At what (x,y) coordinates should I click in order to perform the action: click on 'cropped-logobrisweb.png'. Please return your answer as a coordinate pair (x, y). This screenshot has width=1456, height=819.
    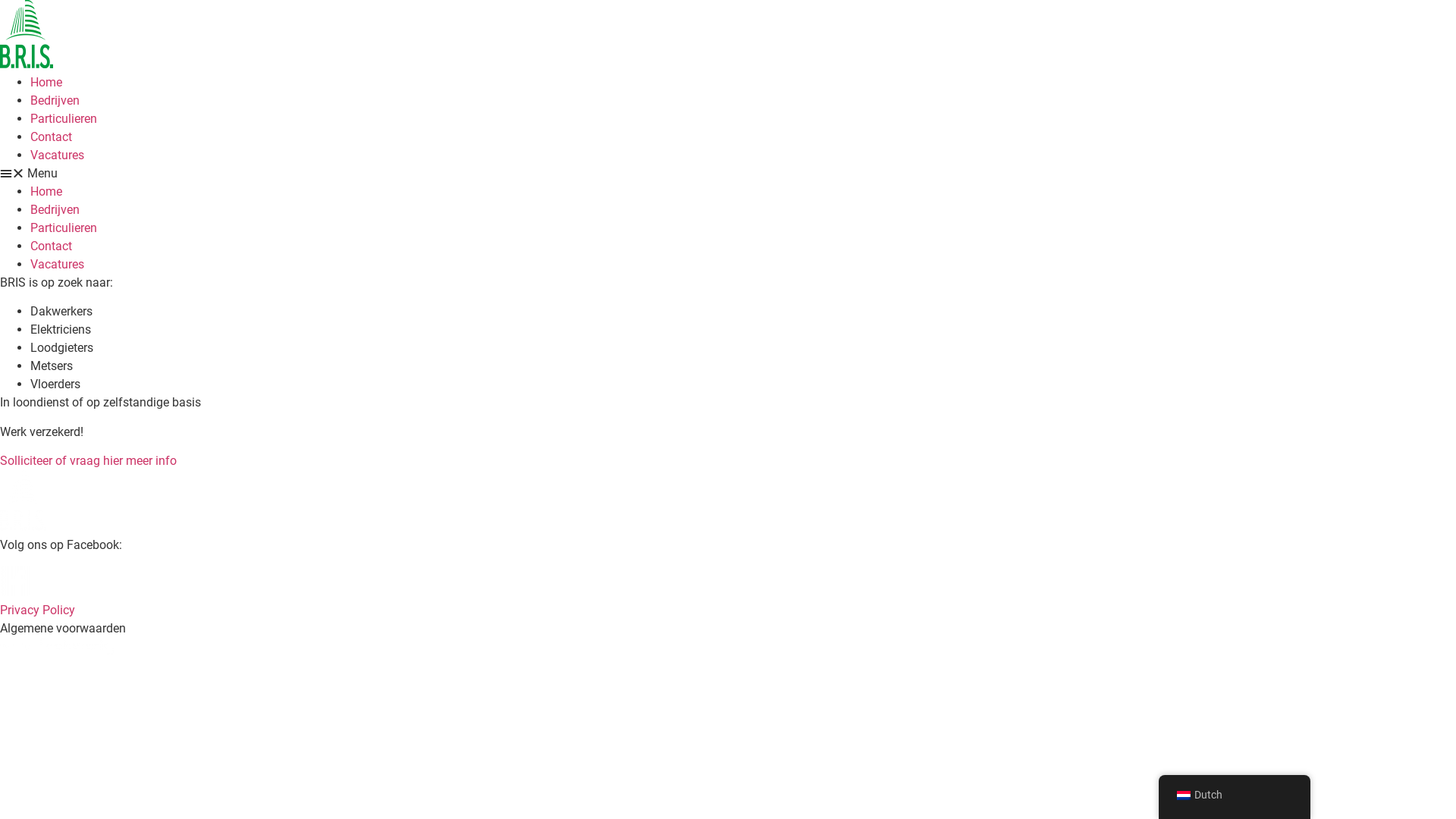
    Looking at the image, I should click on (26, 34).